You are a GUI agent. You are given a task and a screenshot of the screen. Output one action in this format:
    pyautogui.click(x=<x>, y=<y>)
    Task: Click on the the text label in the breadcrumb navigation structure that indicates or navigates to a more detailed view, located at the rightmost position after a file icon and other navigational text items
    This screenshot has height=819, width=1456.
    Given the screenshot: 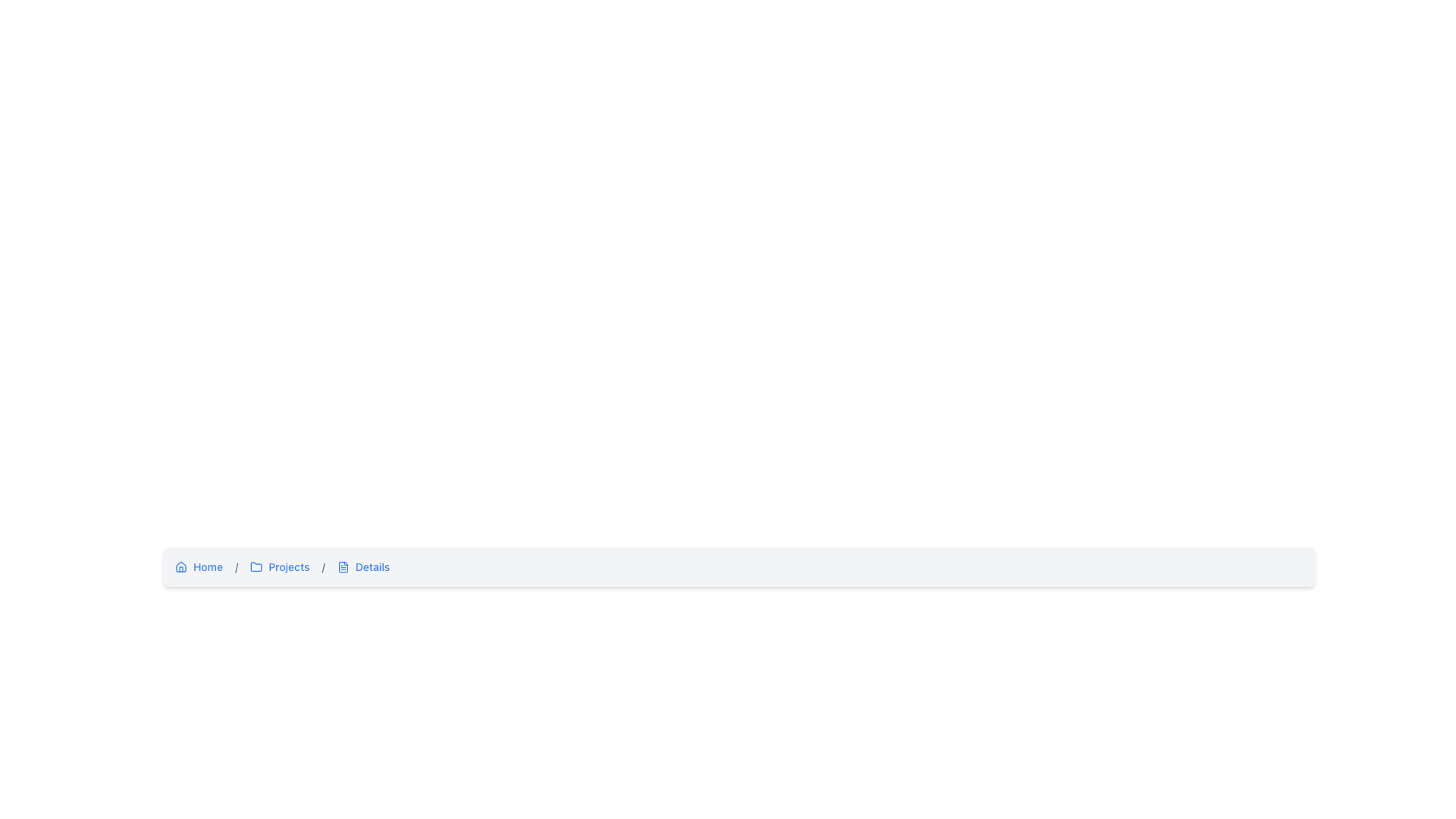 What is the action you would take?
    pyautogui.click(x=372, y=567)
    